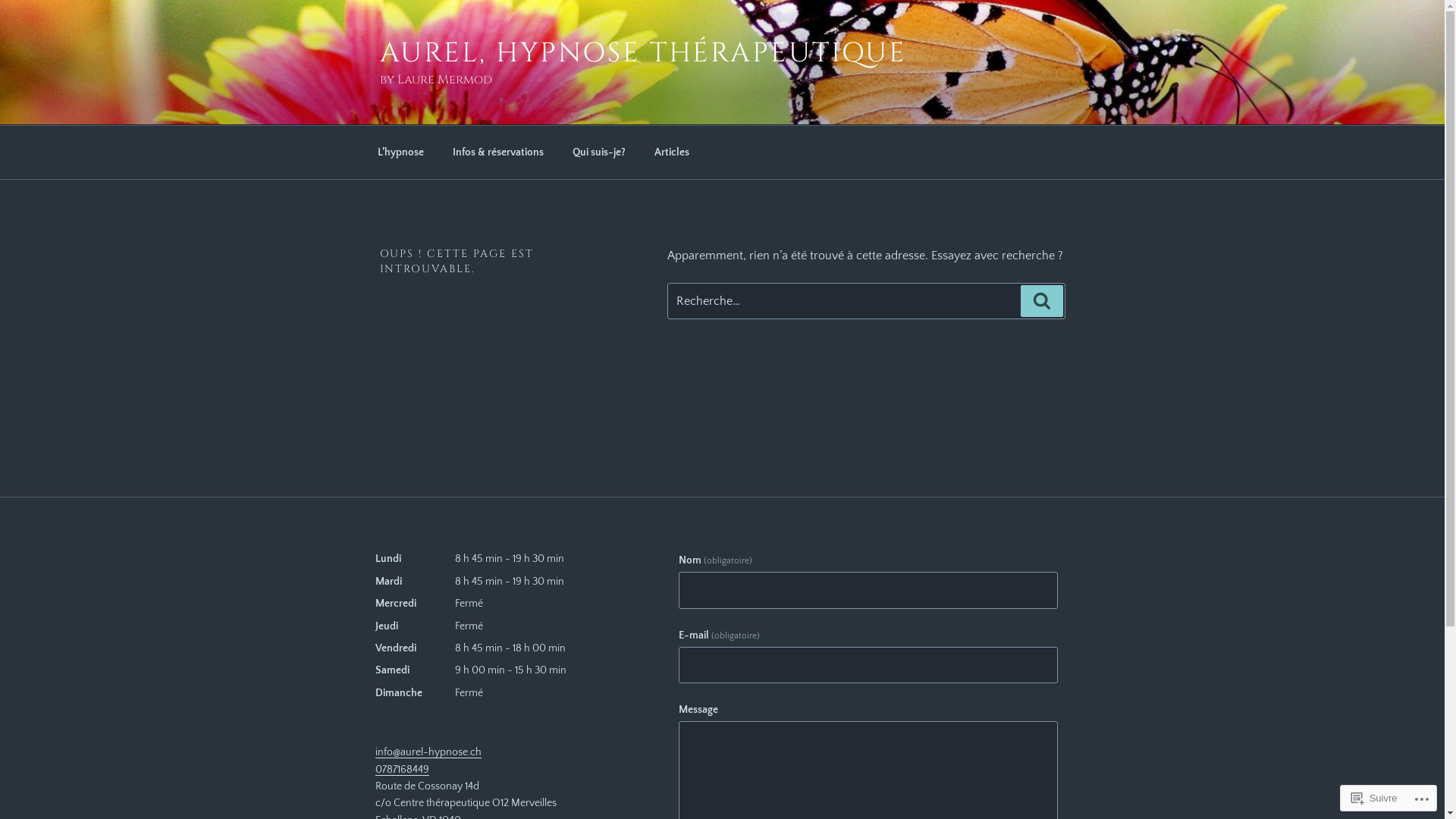 The image size is (1456, 819). I want to click on 'Suivre', so click(1374, 797).